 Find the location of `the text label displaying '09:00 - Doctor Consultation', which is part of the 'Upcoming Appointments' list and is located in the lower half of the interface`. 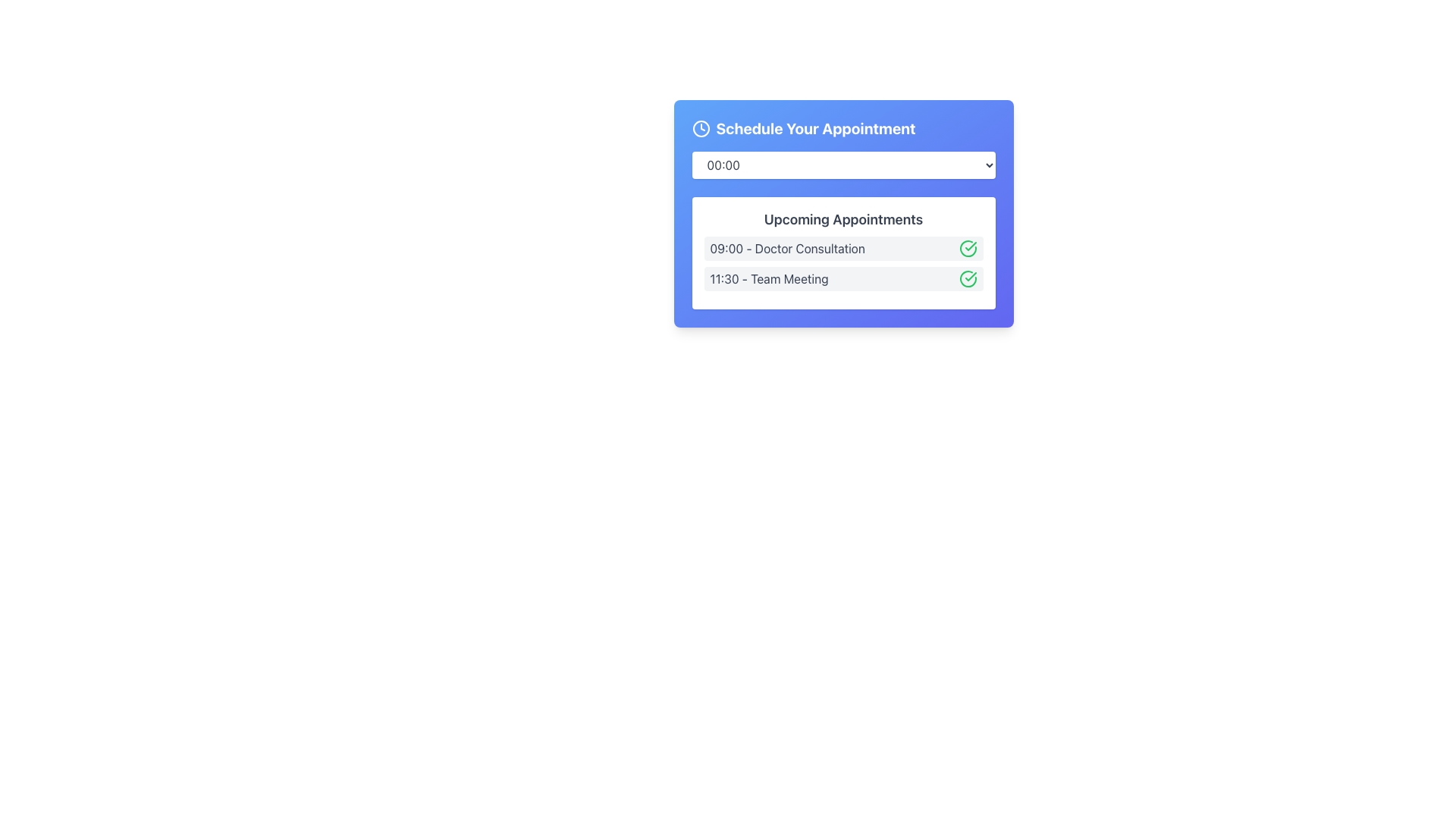

the text label displaying '09:00 - Doctor Consultation', which is part of the 'Upcoming Appointments' list and is located in the lower half of the interface is located at coordinates (787, 247).